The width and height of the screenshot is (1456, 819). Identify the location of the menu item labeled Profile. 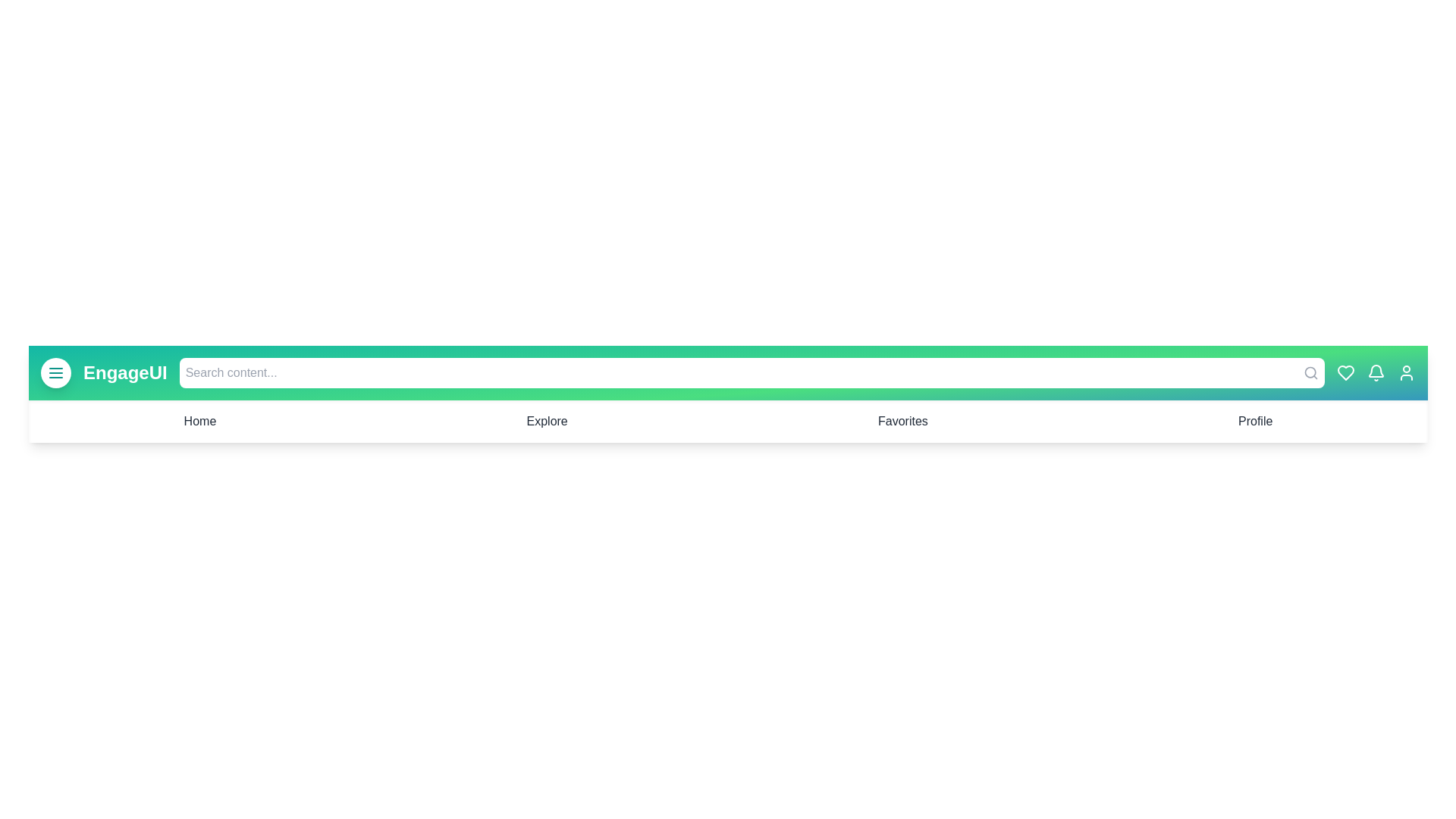
(1255, 421).